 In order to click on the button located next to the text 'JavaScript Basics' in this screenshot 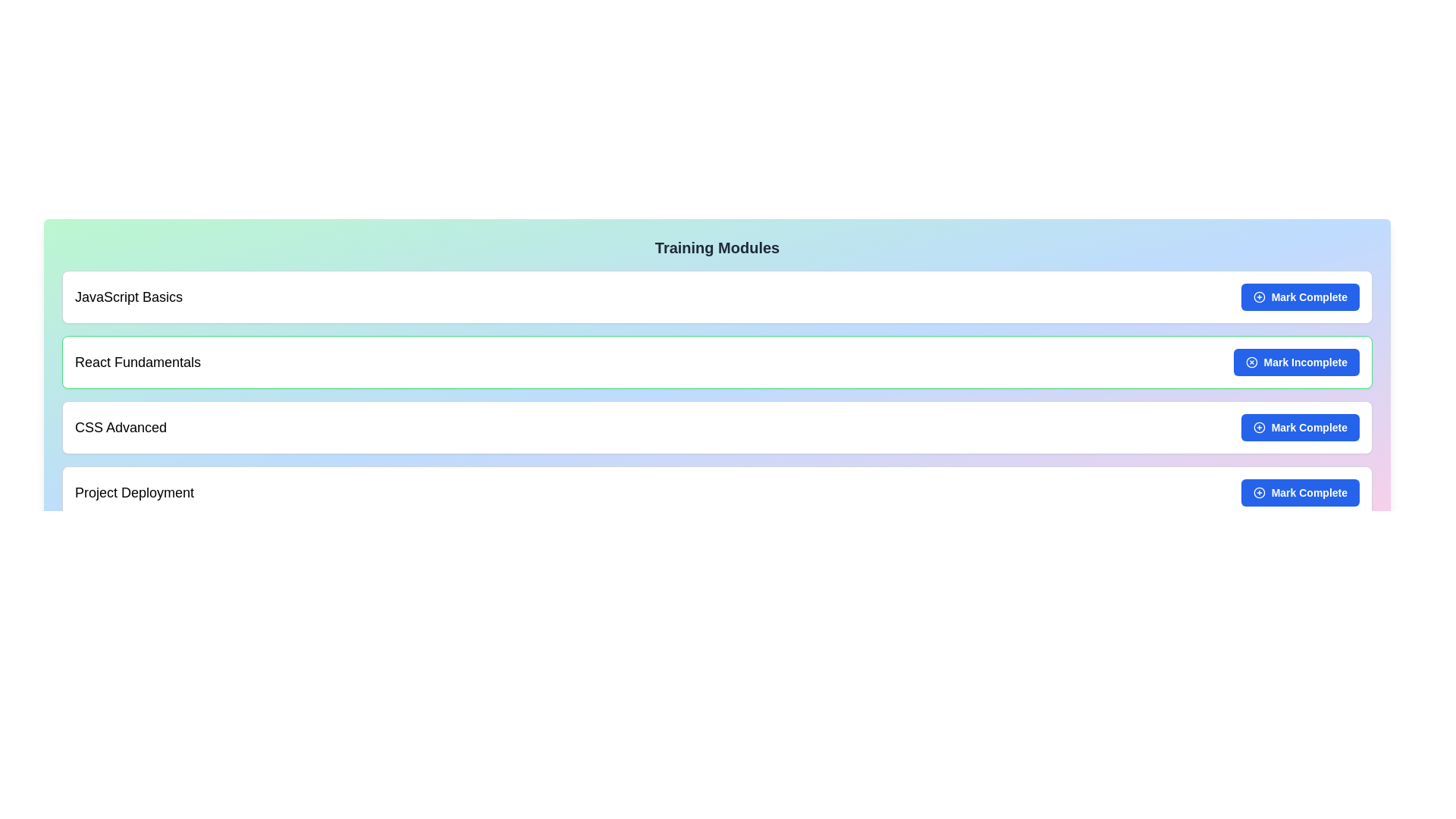, I will do `click(1299, 297)`.